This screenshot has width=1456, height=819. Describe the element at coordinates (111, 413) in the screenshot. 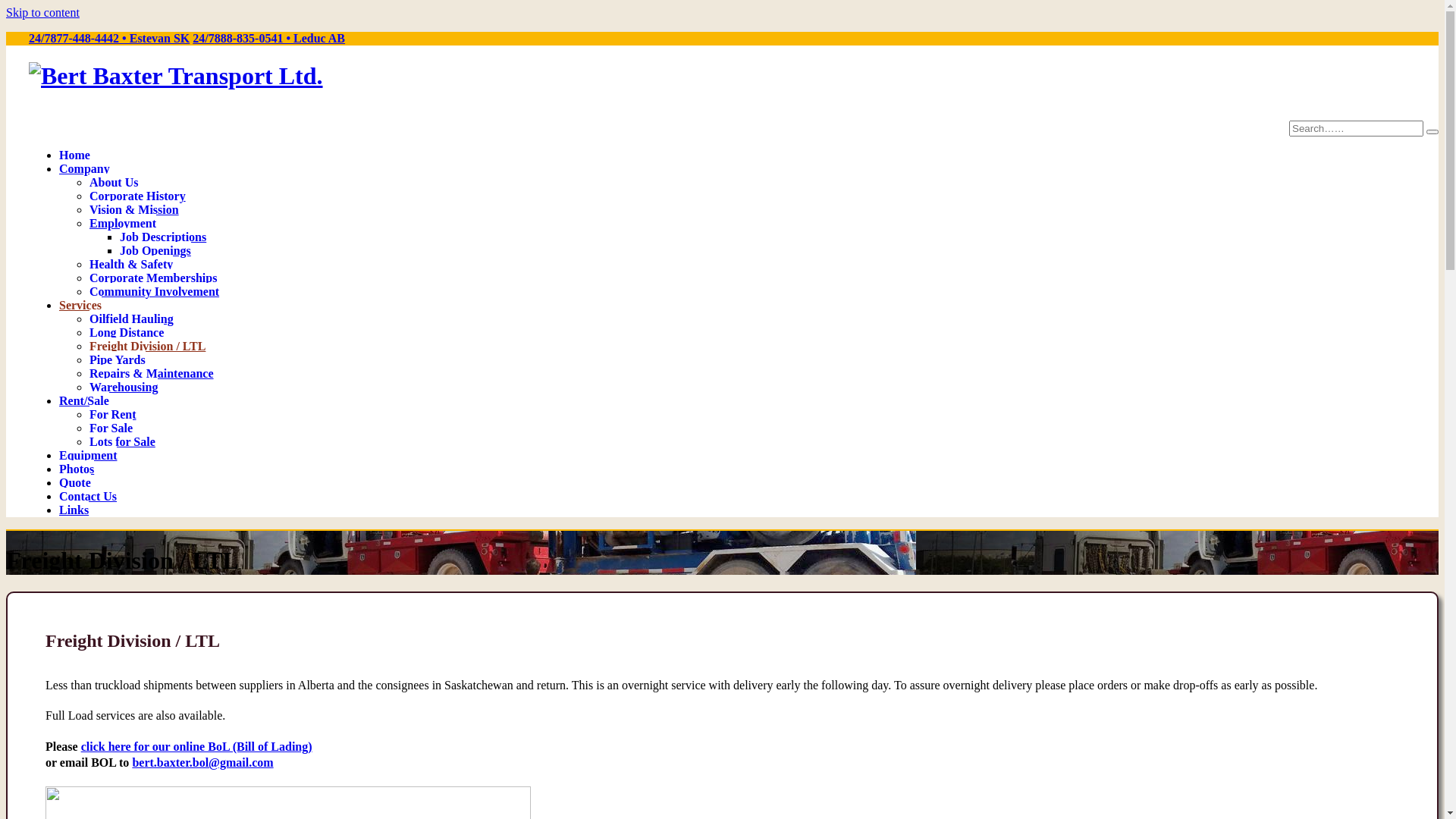

I see `'For Rent'` at that location.